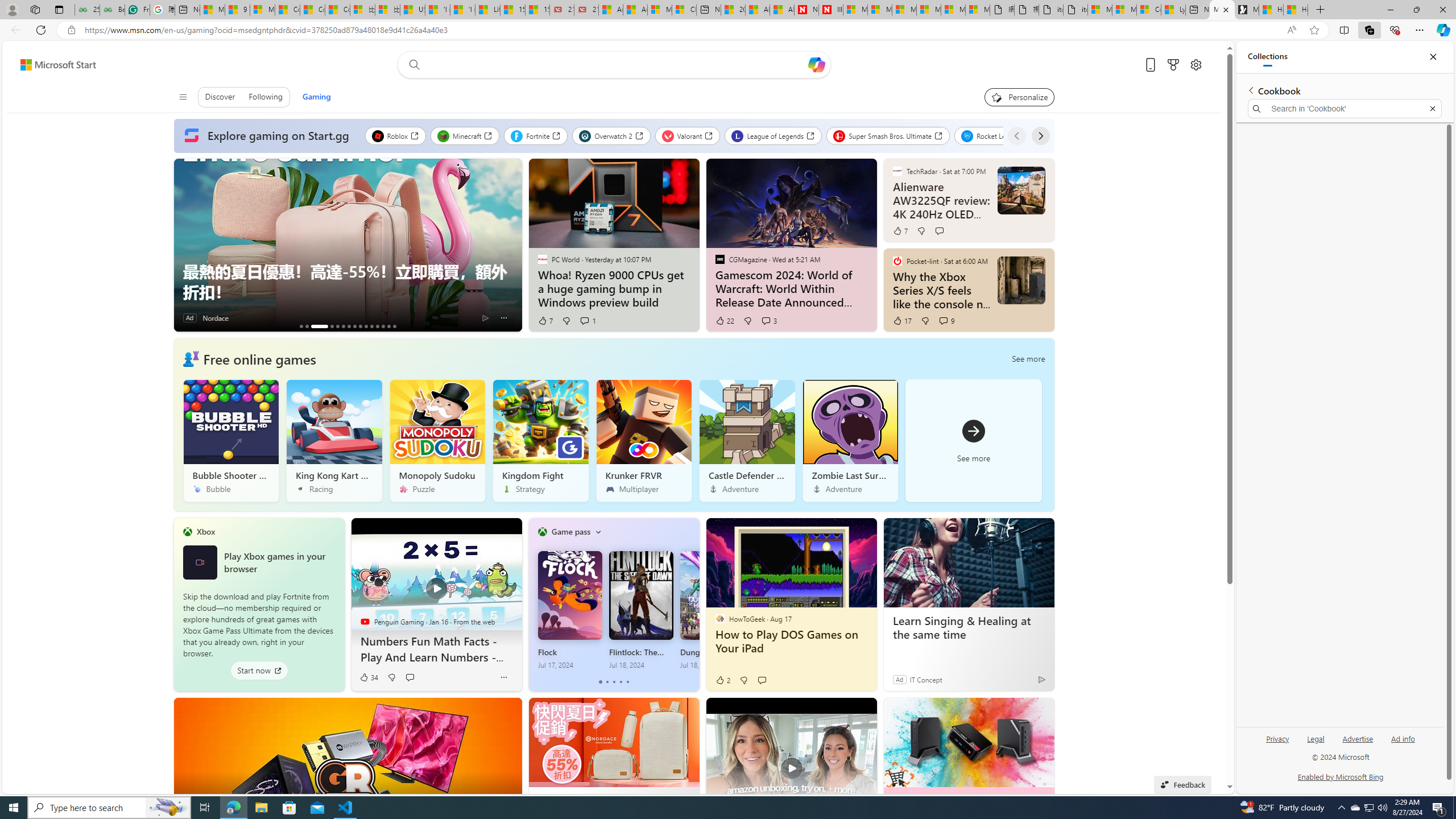 The width and height of the screenshot is (1456, 819). I want to click on 'Nordace', so click(215, 318).